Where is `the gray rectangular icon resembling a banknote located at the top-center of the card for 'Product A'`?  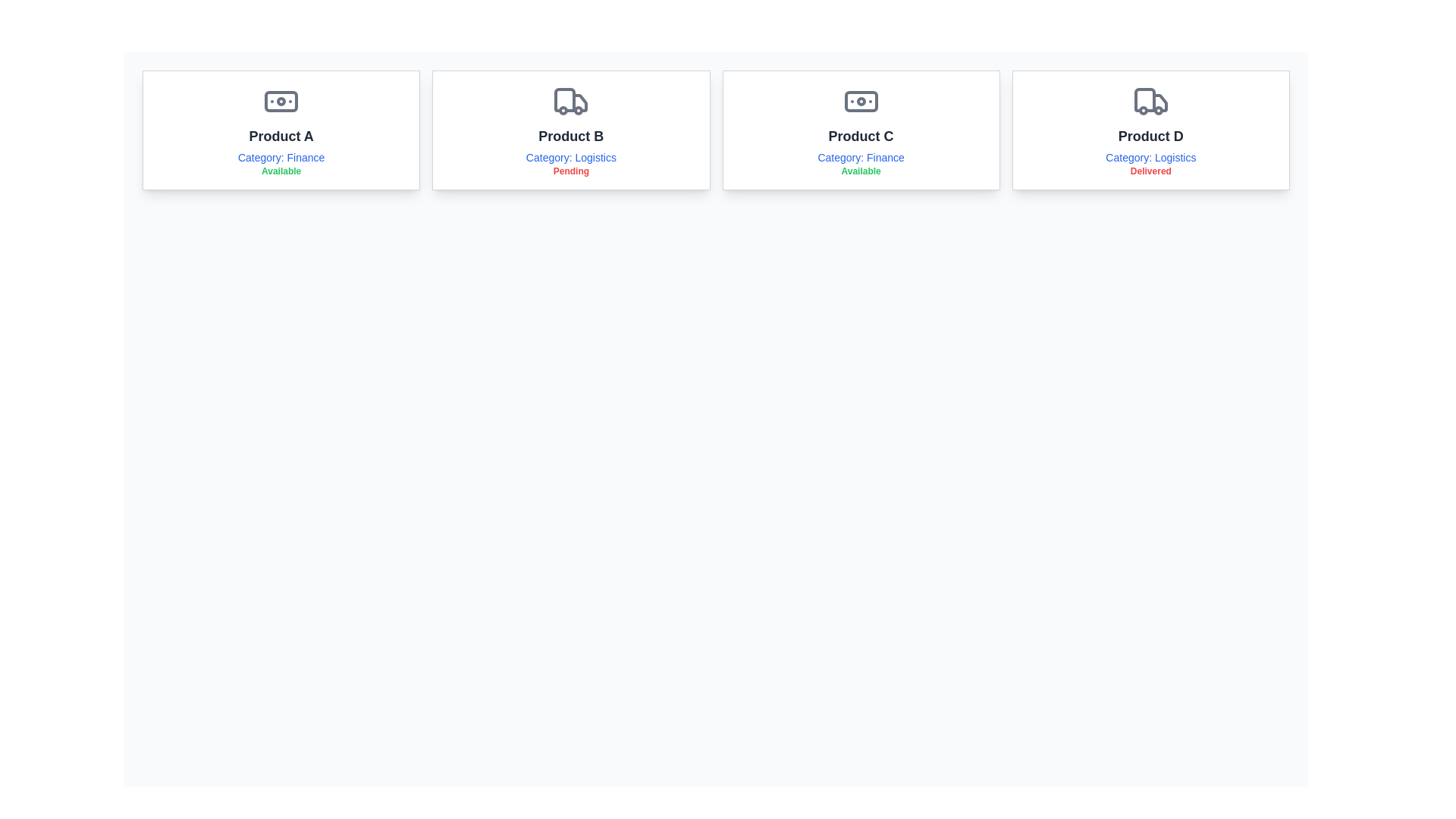
the gray rectangular icon resembling a banknote located at the top-center of the card for 'Product A' is located at coordinates (281, 102).